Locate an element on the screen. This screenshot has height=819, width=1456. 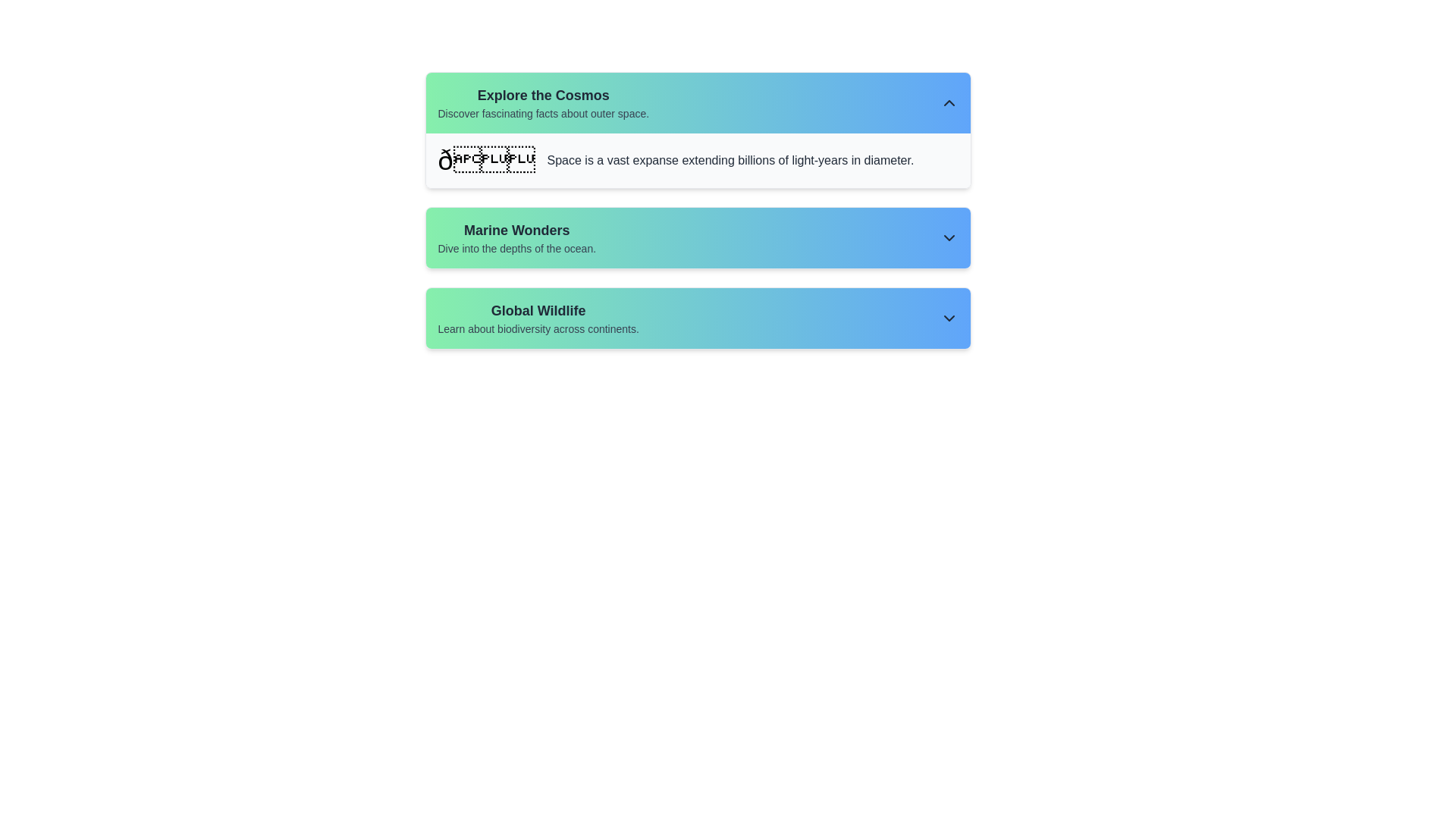
the descriptive text element that elaborates on the topic 'Explore the Cosmos', located directly below the corresponding heading in a vertical layout is located at coordinates (543, 113).